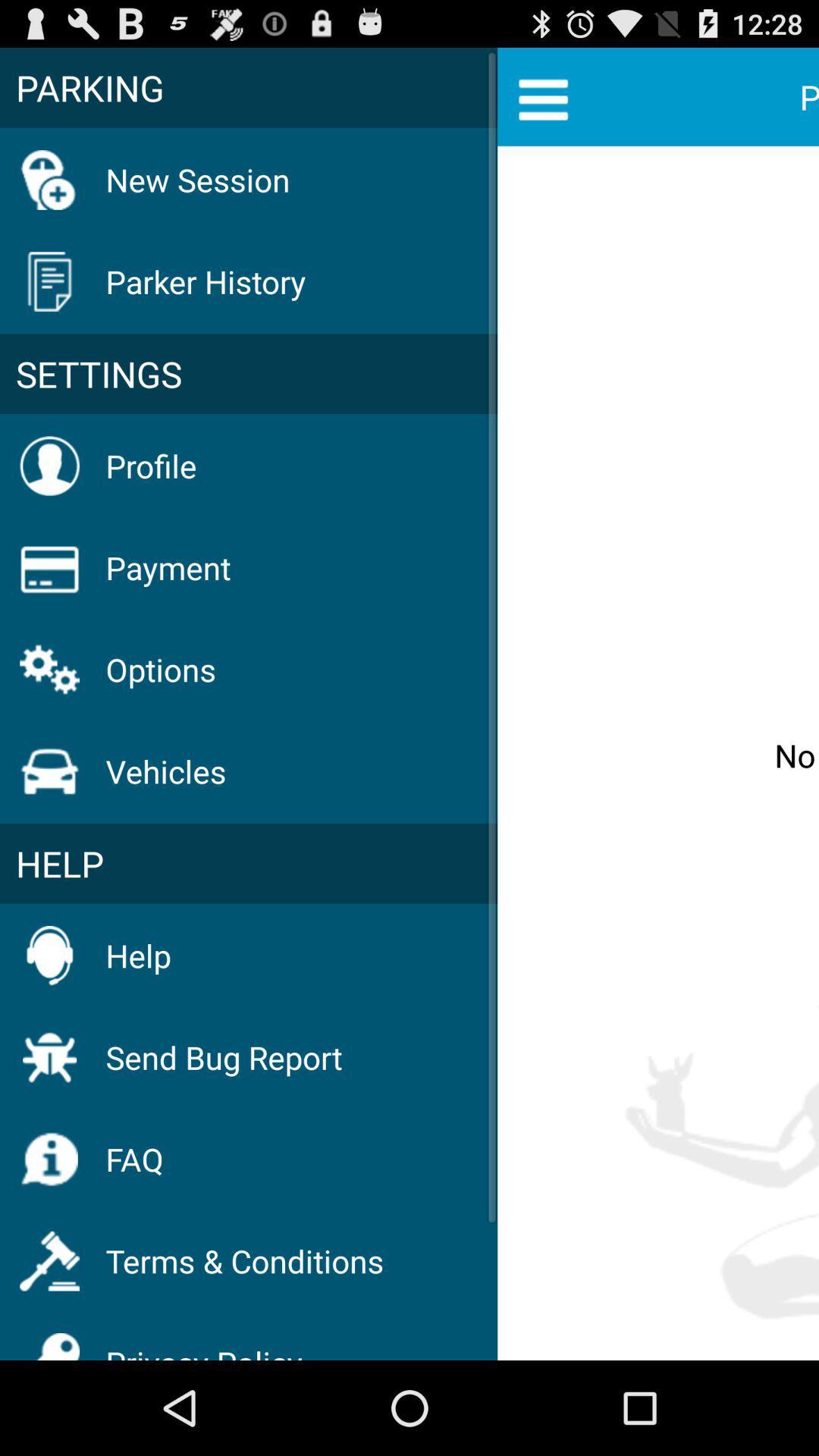 The height and width of the screenshot is (1456, 819). Describe the element at coordinates (197, 179) in the screenshot. I see `icon below the parking` at that location.